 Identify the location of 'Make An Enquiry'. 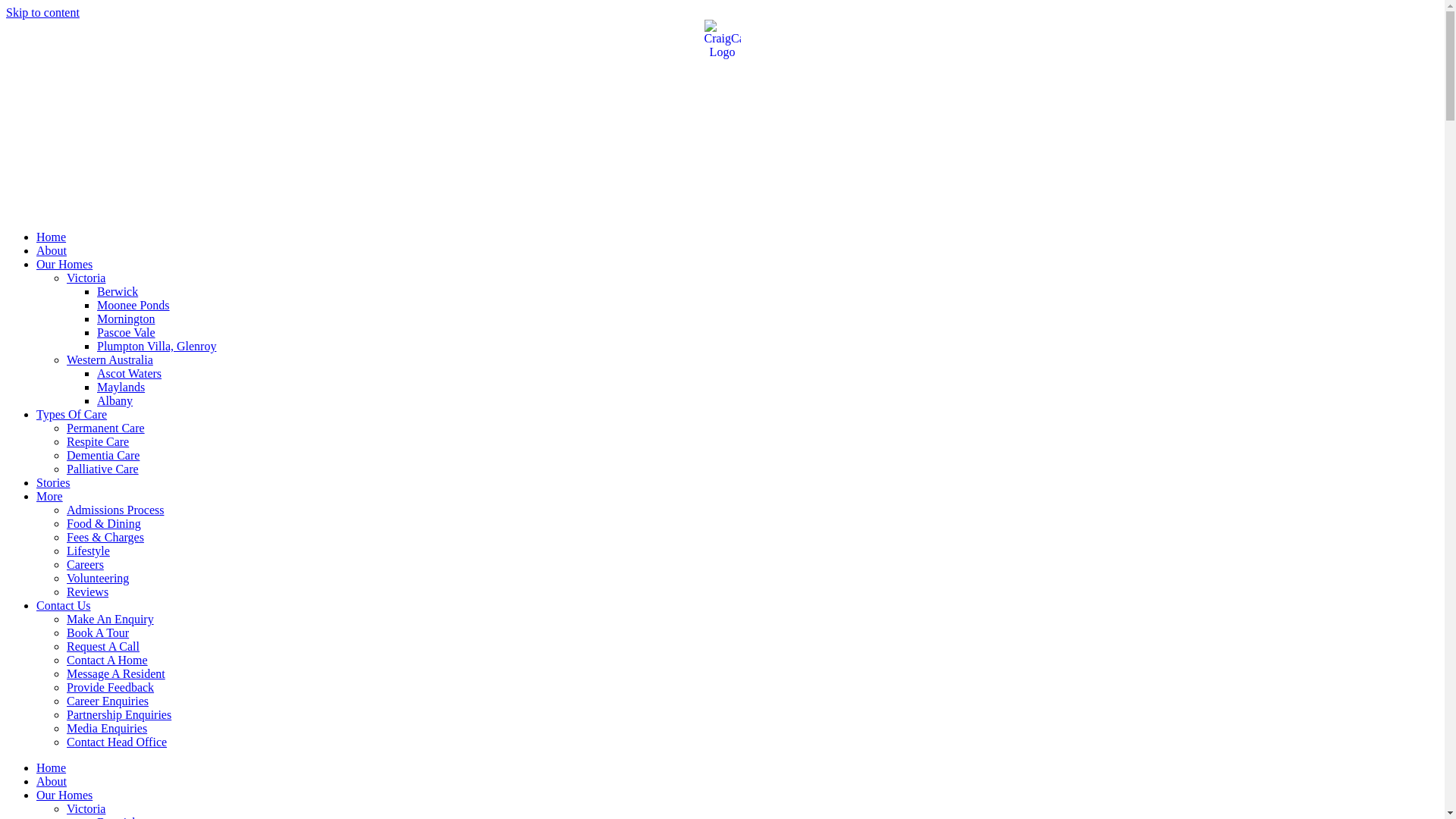
(65, 619).